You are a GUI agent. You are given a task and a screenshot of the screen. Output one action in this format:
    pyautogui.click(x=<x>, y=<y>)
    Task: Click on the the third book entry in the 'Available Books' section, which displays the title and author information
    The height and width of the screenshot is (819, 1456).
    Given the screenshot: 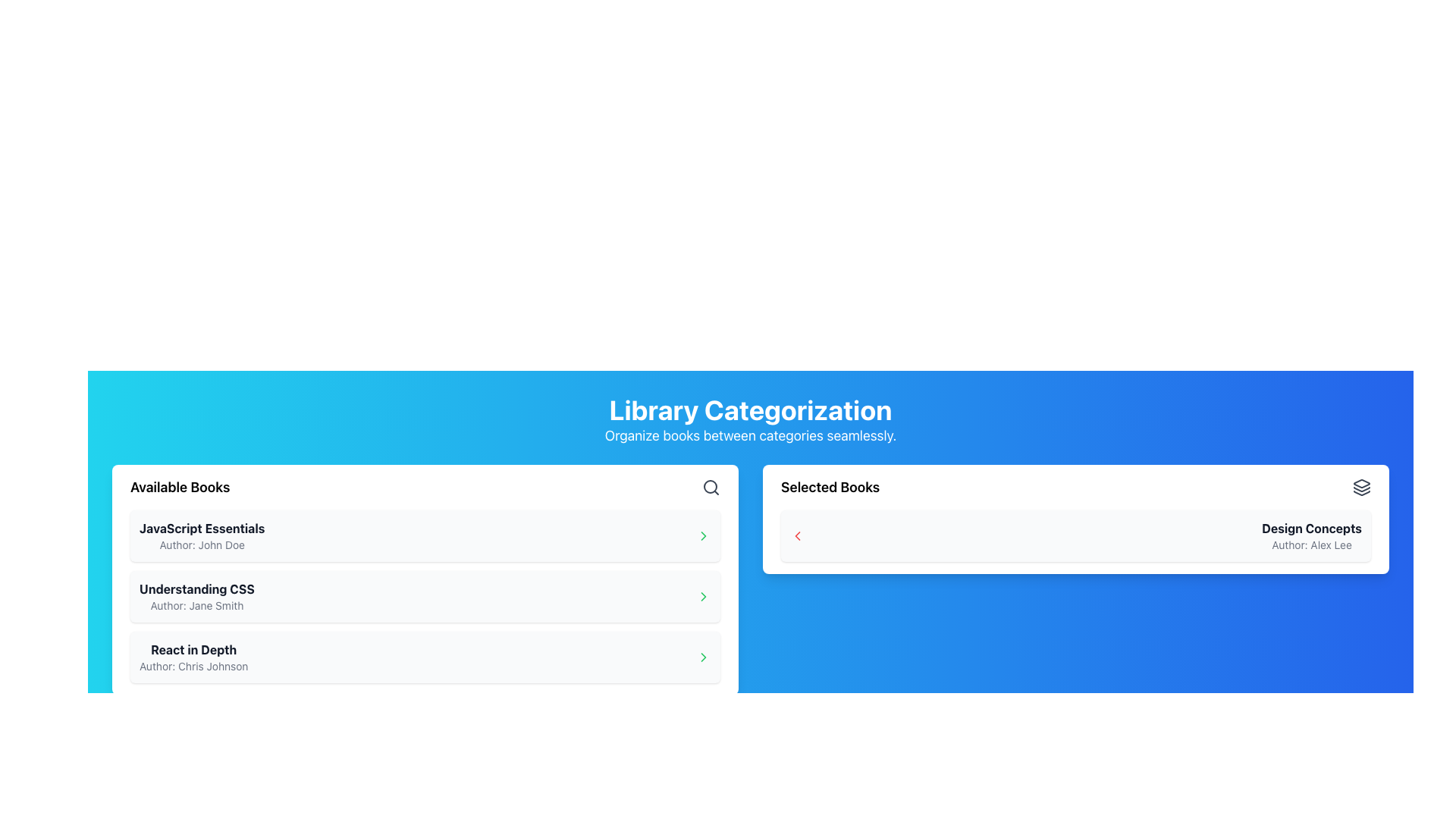 What is the action you would take?
    pyautogui.click(x=193, y=657)
    